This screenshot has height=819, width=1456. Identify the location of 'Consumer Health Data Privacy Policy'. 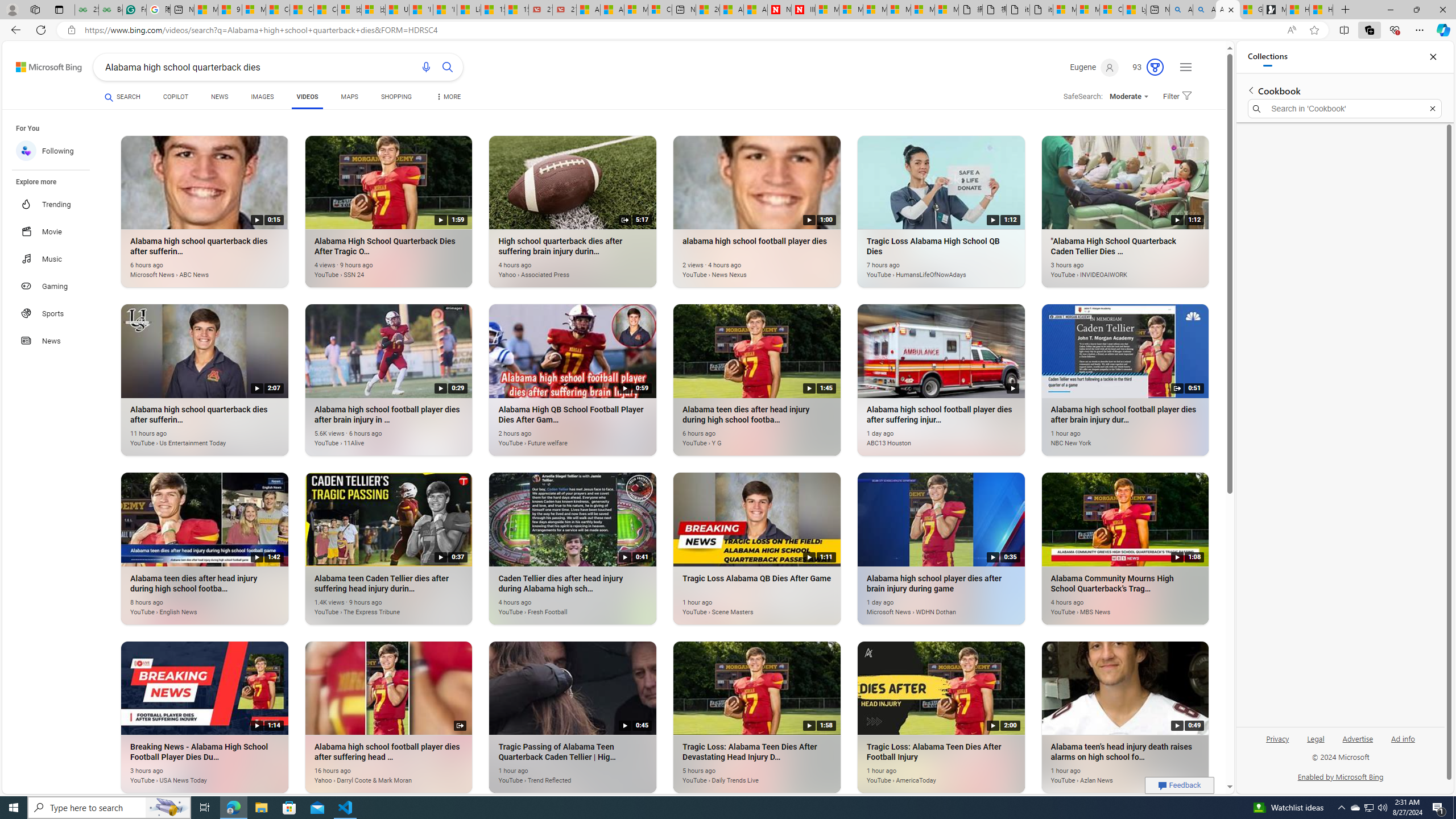
(1111, 9).